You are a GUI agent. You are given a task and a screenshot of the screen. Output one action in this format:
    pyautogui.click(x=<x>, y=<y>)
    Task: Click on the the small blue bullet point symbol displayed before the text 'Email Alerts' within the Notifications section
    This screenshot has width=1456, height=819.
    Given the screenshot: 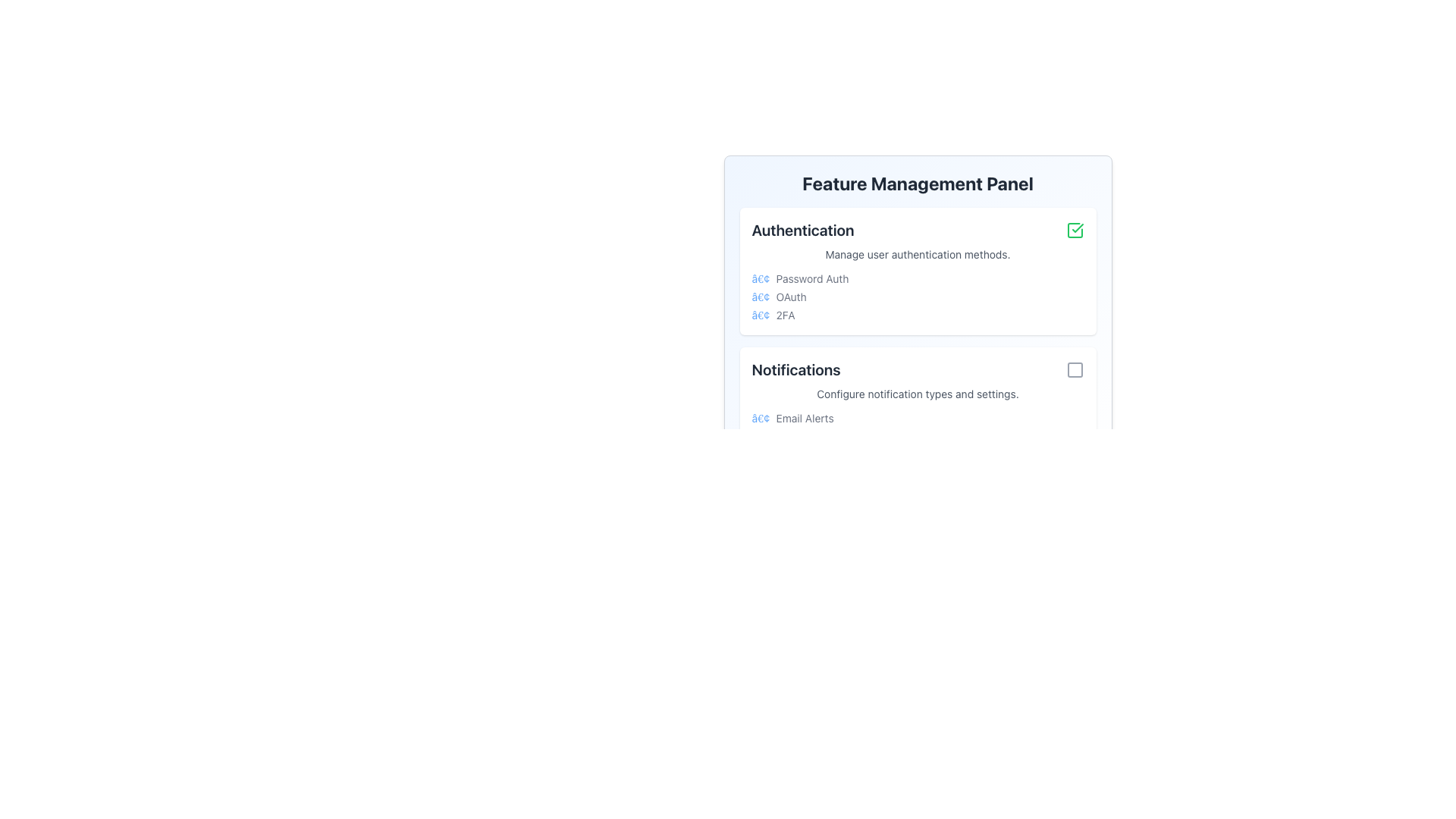 What is the action you would take?
    pyautogui.click(x=761, y=418)
    